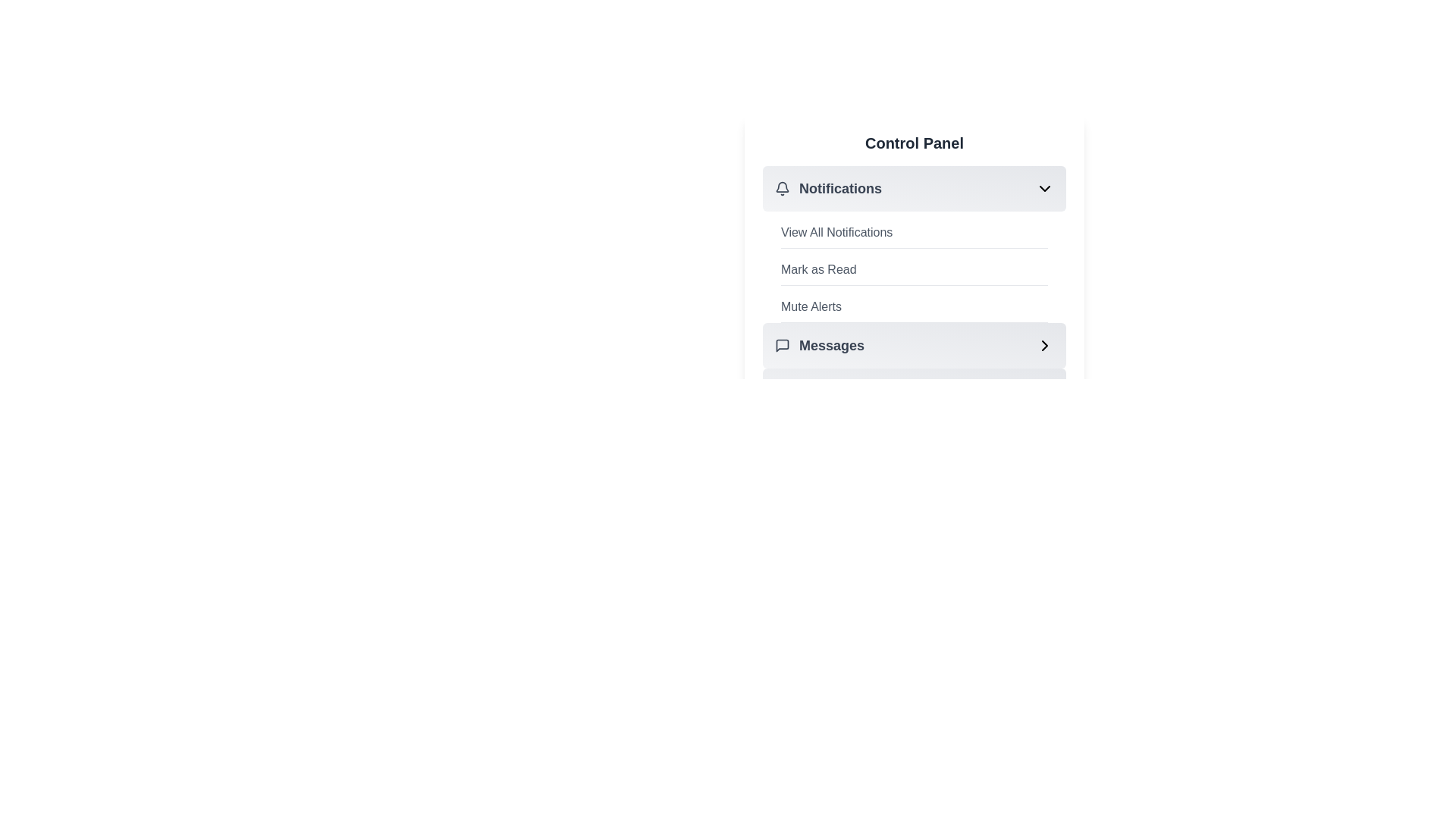  I want to click on the second menu item in the 'Notifications' section to mark notifications as read, so click(913, 290).